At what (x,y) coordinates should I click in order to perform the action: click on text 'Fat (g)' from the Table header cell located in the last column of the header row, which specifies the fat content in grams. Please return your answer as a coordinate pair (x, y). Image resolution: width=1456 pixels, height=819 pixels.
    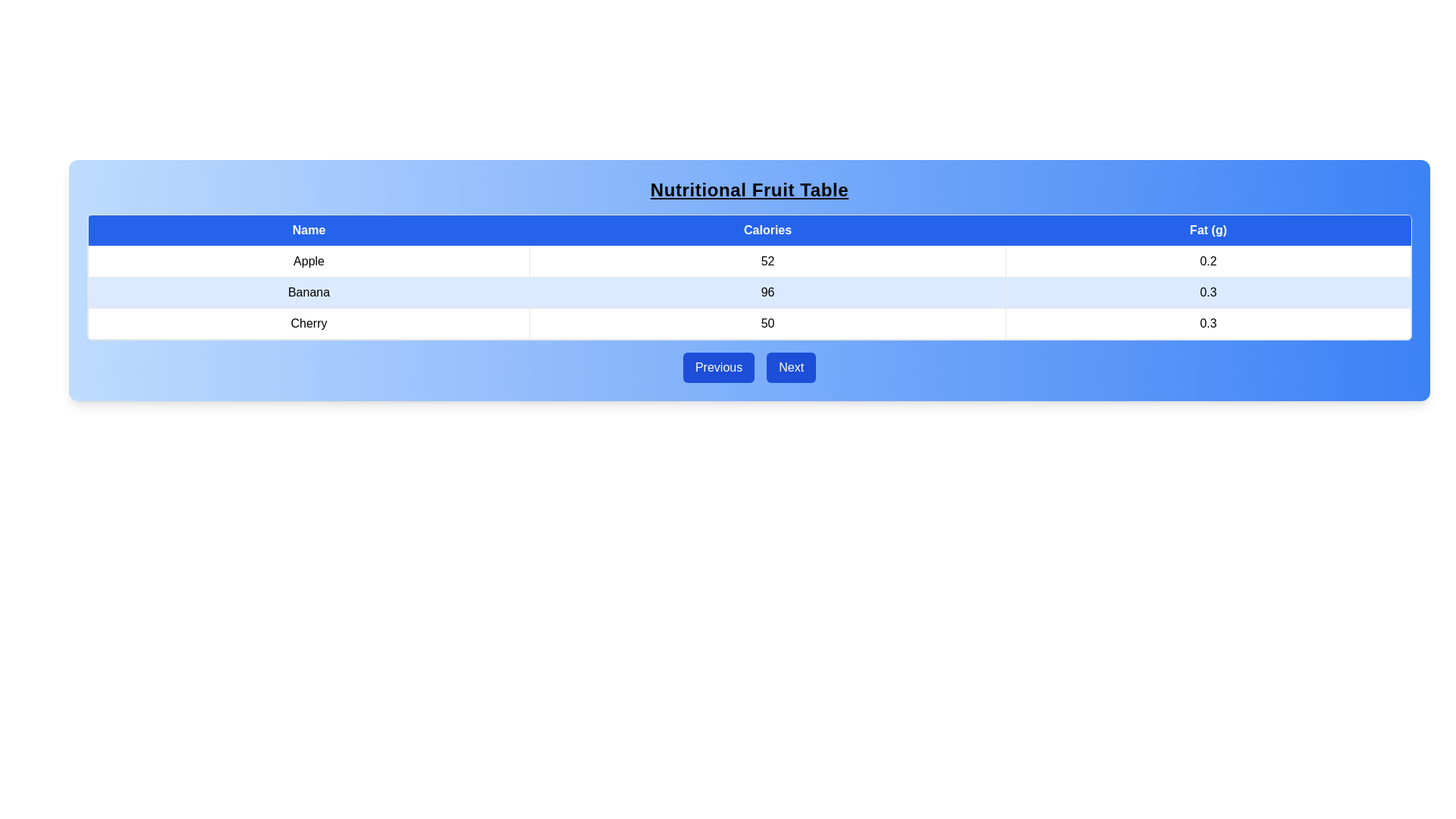
    Looking at the image, I should click on (1207, 231).